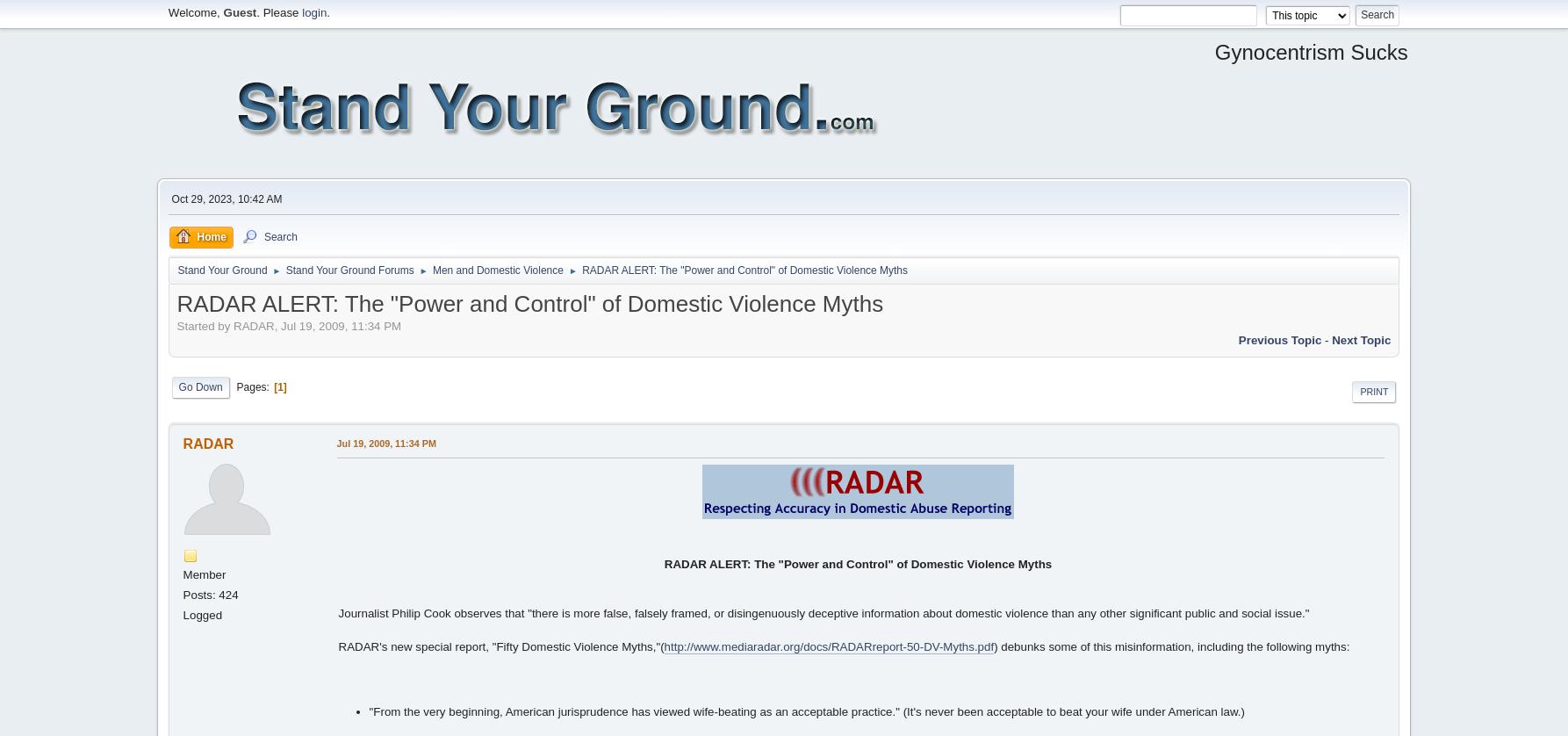 The width and height of the screenshot is (1568, 736). I want to click on 'Men and Domestic Violence', so click(496, 269).